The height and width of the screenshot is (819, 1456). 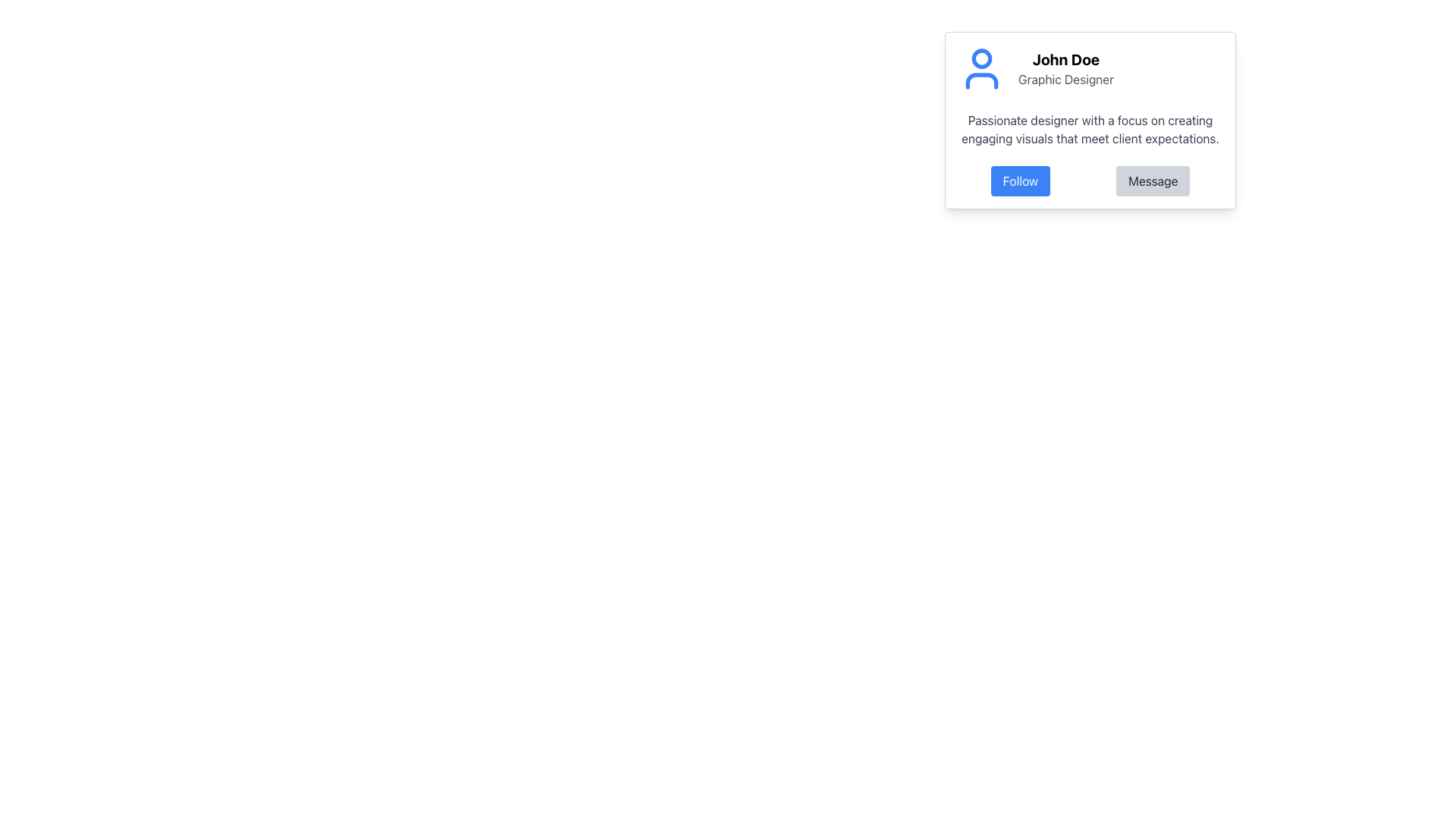 What do you see at coordinates (1065, 69) in the screenshot?
I see `text displayed in the Text Display element located at the top-right section of the card-like widget, which provides the name and job title of the user` at bounding box center [1065, 69].